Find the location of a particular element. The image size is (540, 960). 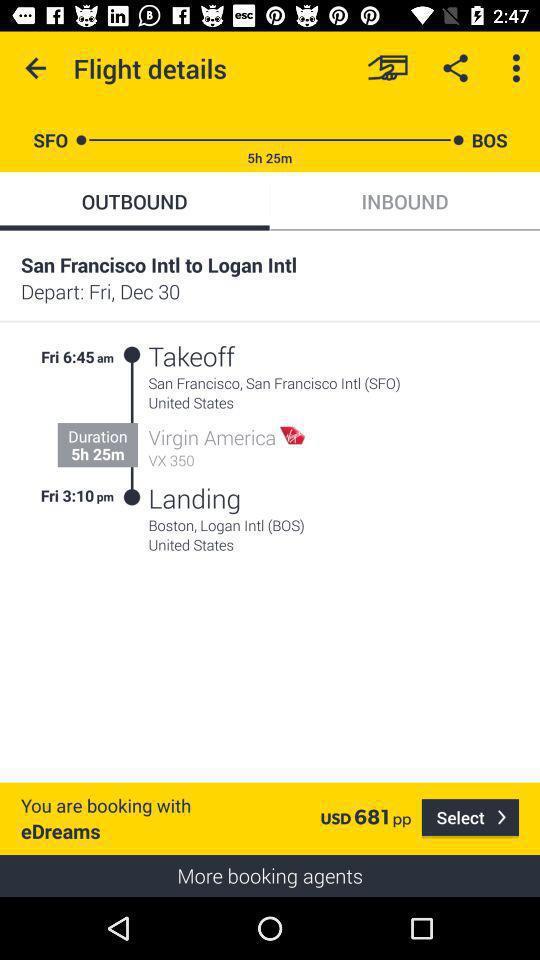

the icon next to takeoff item is located at coordinates (132, 426).